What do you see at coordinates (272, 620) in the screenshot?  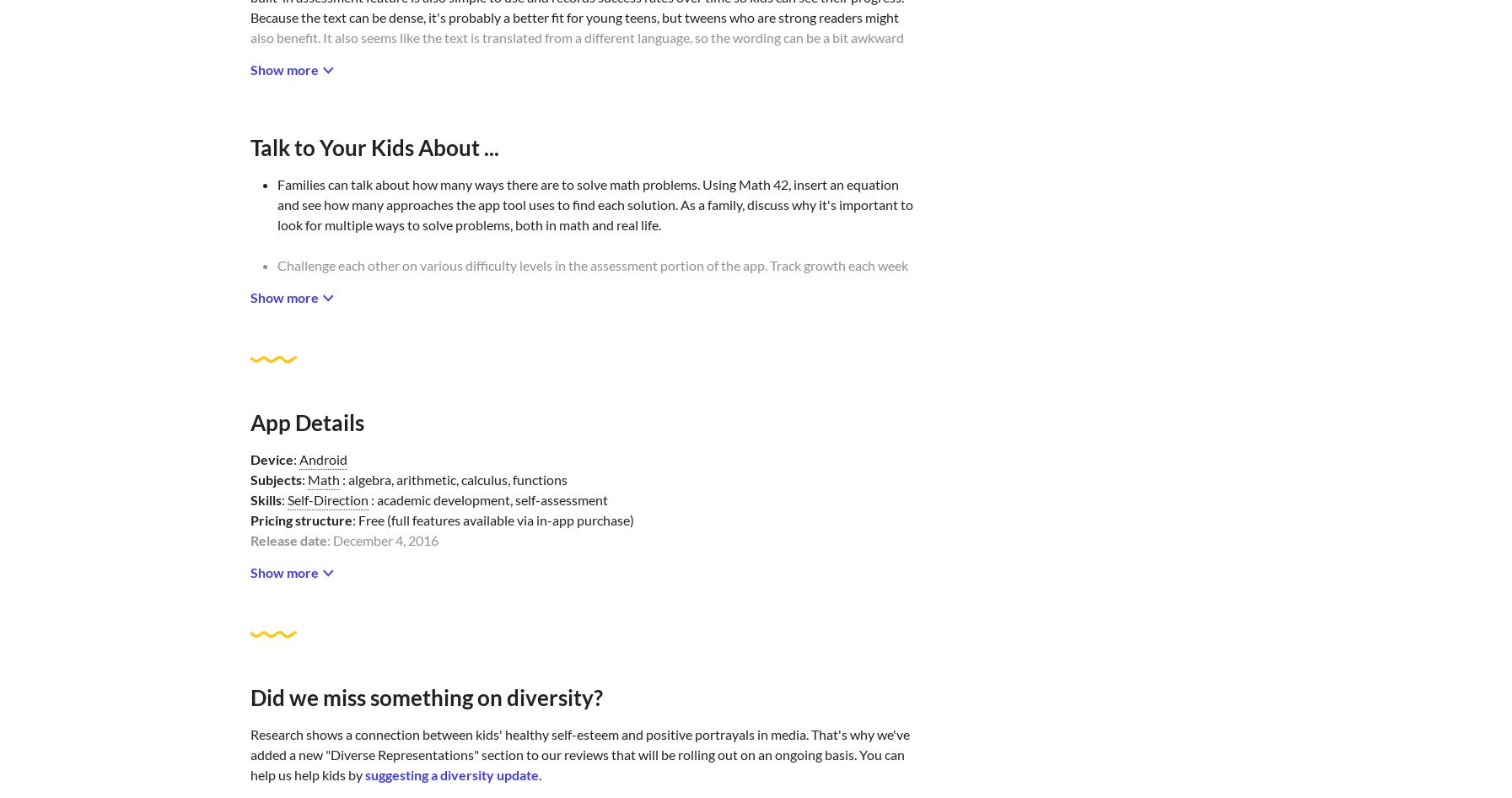 I see `'Version'` at bounding box center [272, 620].